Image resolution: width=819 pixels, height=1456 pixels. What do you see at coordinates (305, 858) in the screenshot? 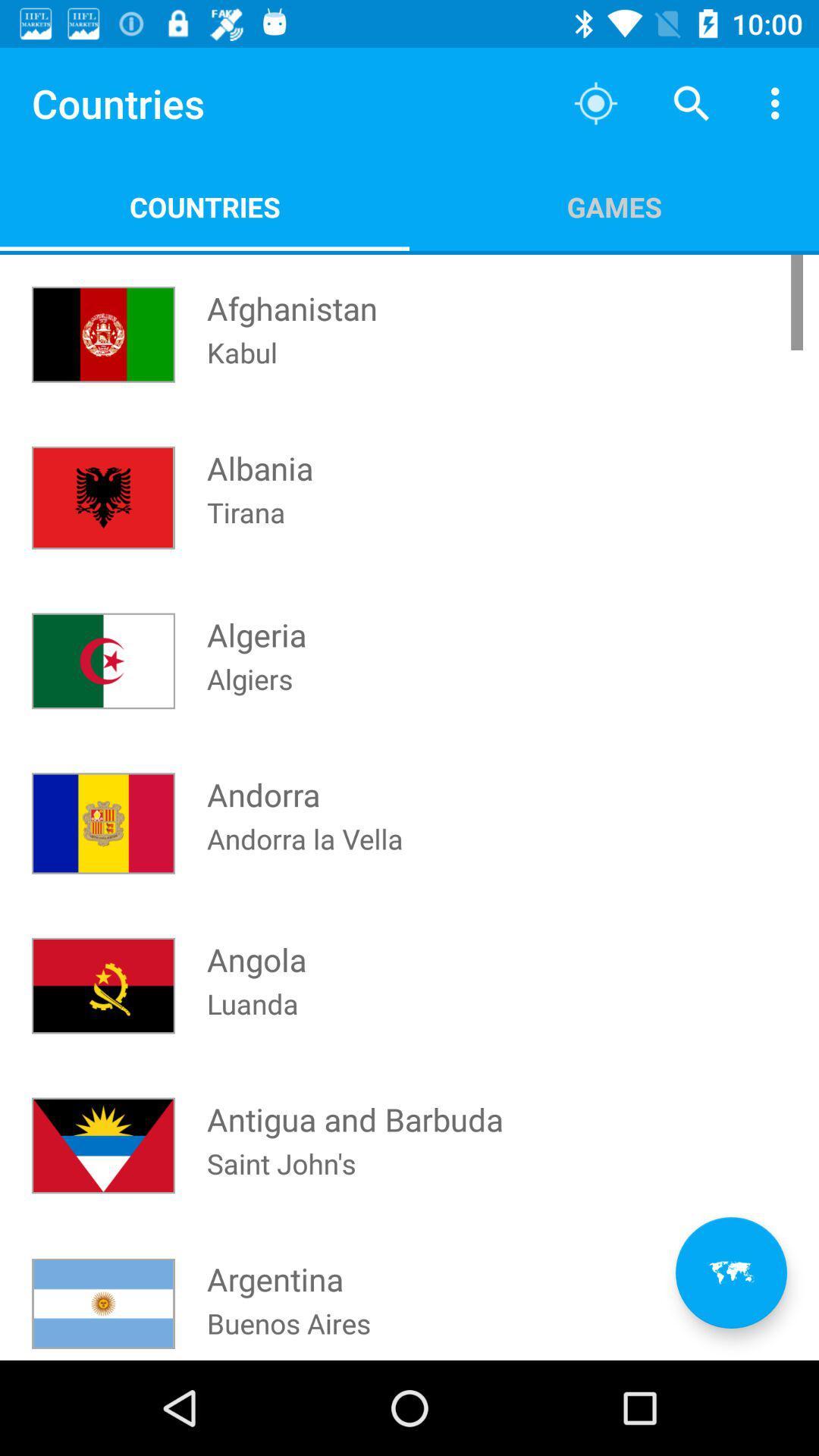
I see `the andorra la vella at the center` at bounding box center [305, 858].